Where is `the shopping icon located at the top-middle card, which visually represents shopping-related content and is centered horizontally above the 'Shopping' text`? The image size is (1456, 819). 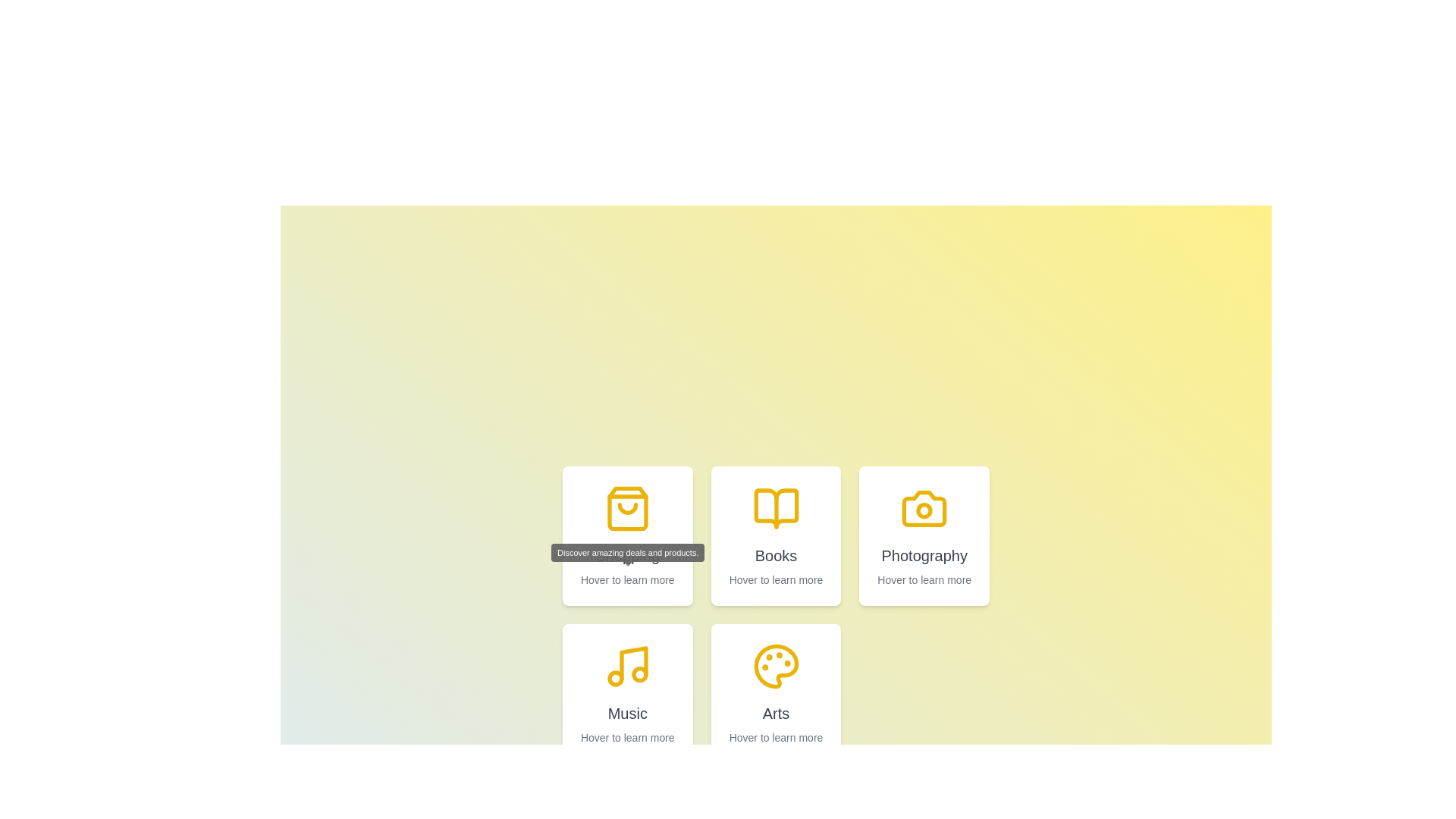 the shopping icon located at the top-middle card, which visually represents shopping-related content and is centered horizontally above the 'Shopping' text is located at coordinates (627, 509).